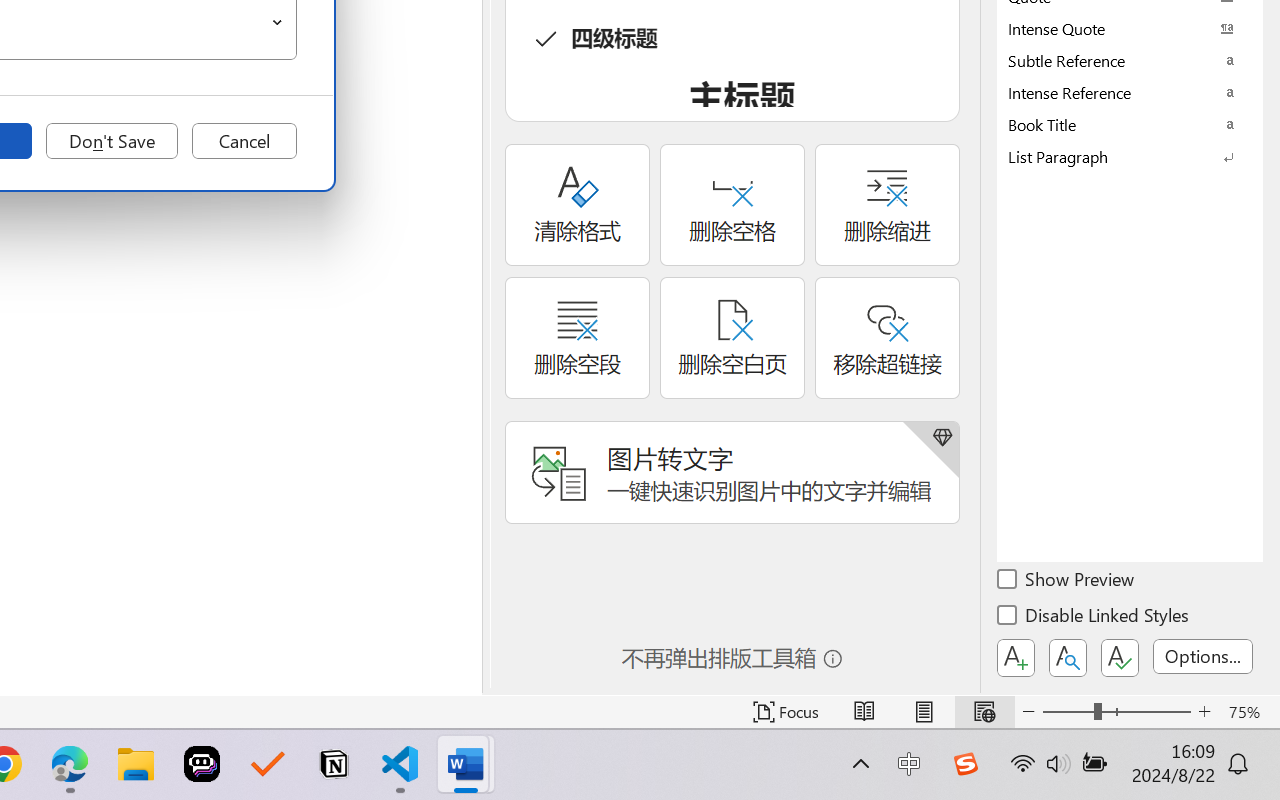  Describe the element at coordinates (1130, 123) in the screenshot. I see `'Book Title'` at that location.